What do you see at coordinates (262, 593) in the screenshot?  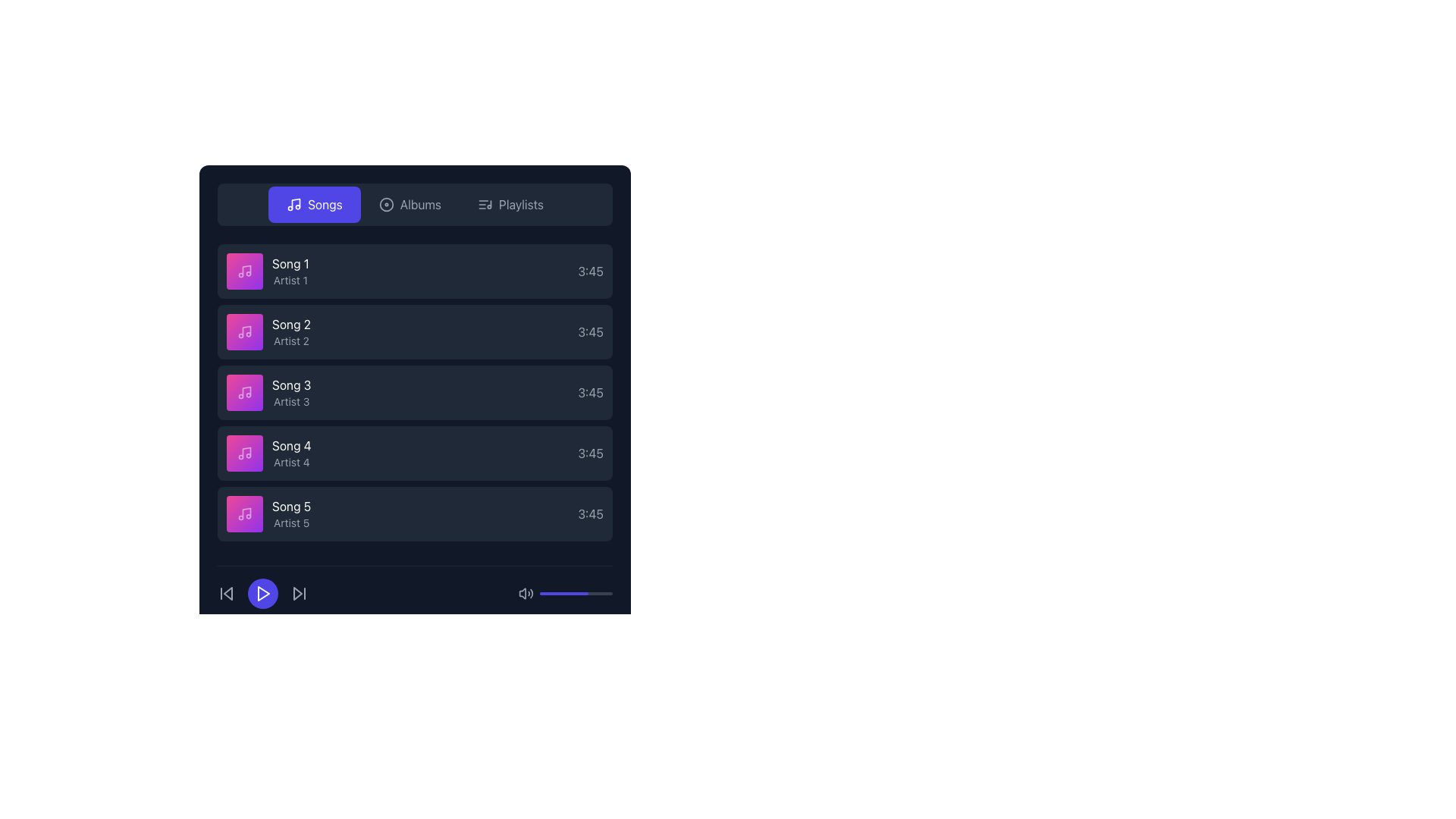 I see `the triangular play icon located in the bottom-left corner of the interface within a circular button` at bounding box center [262, 593].